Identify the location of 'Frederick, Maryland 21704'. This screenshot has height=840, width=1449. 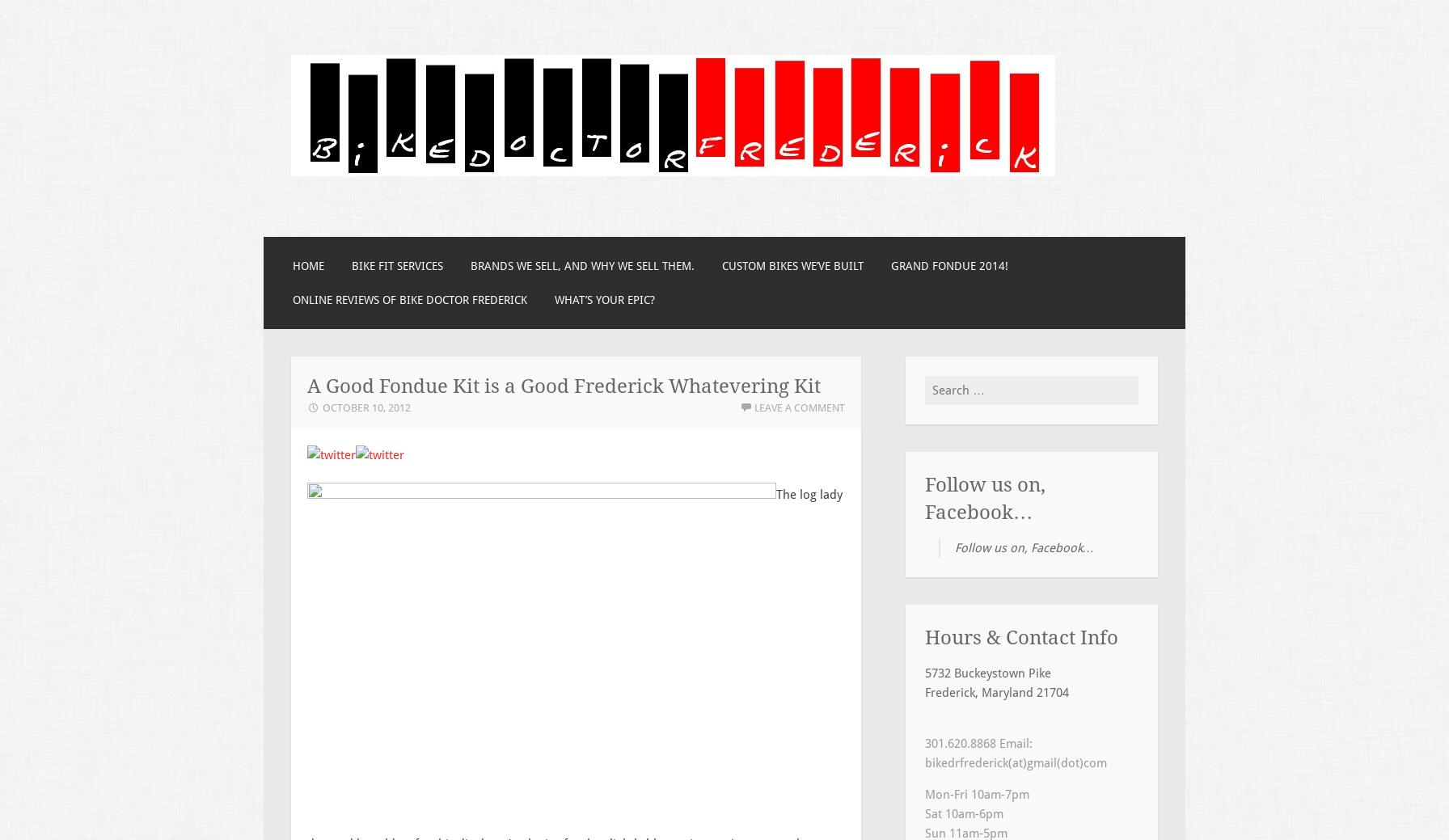
(997, 691).